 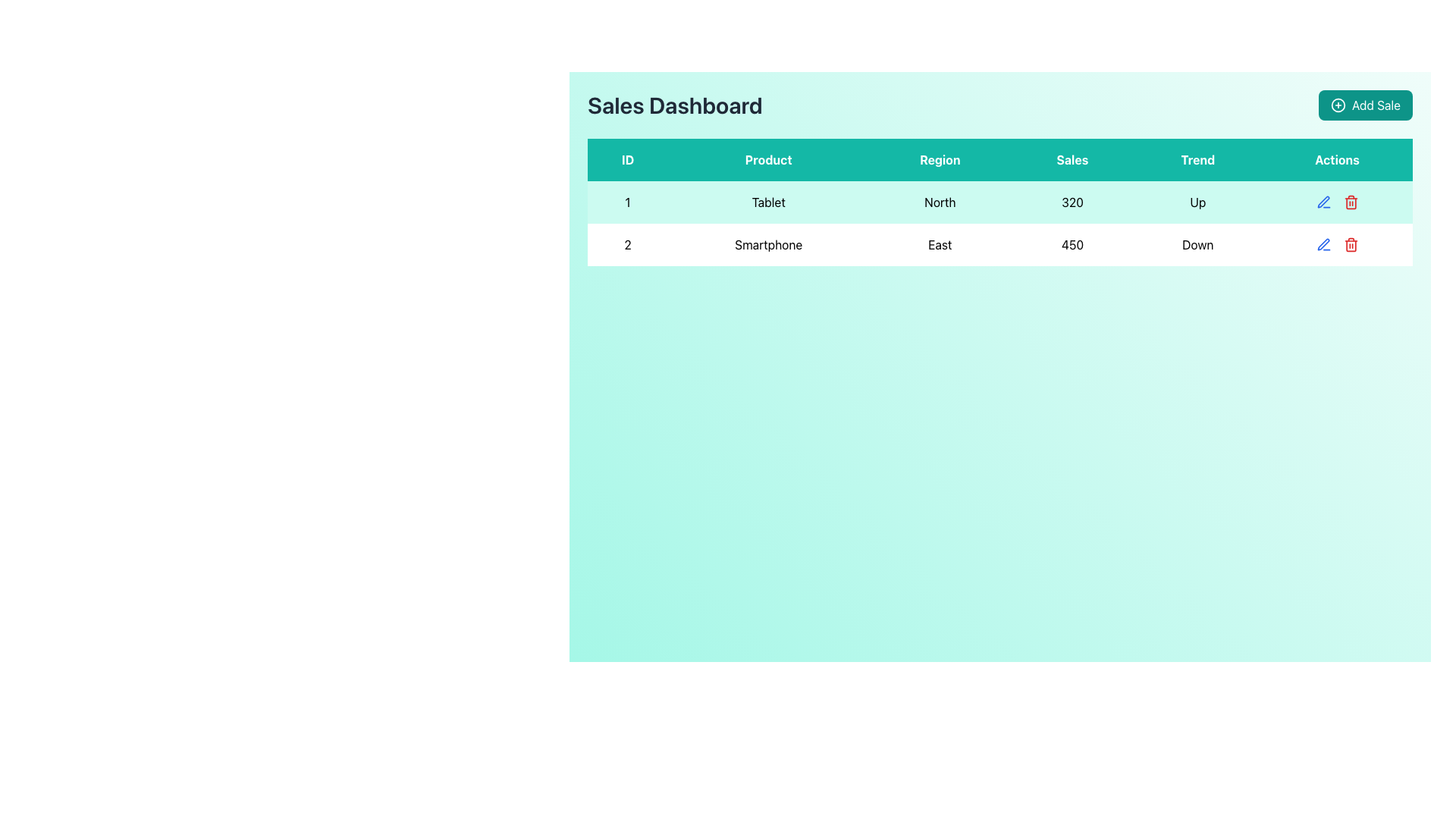 What do you see at coordinates (939, 160) in the screenshot?
I see `the text header labeled 'Region' which has a teal background and white text, positioned between 'Product' and 'Sales' in the header section of the table` at bounding box center [939, 160].